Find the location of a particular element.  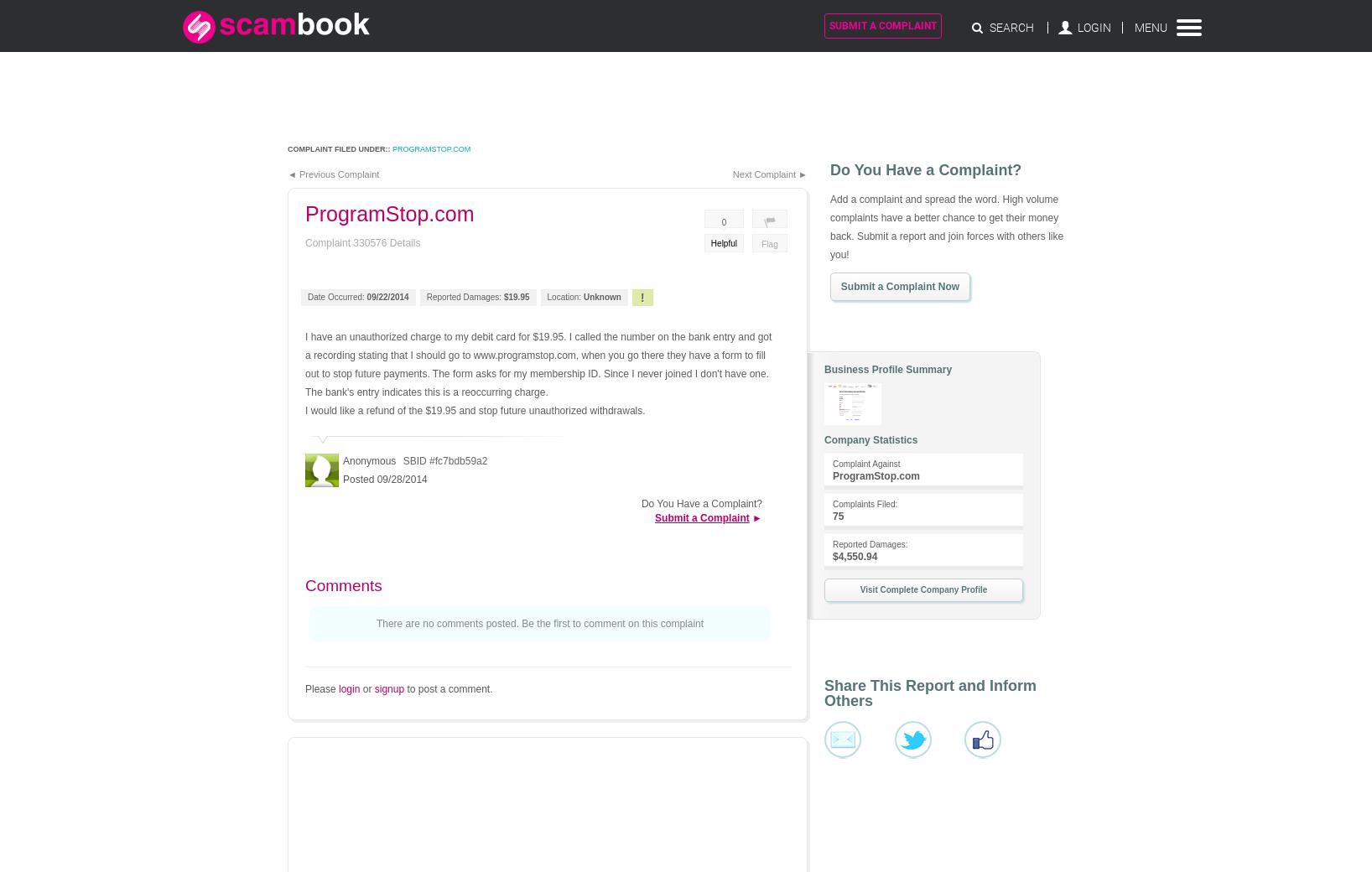

'Reported Damages:' is located at coordinates (870, 543).